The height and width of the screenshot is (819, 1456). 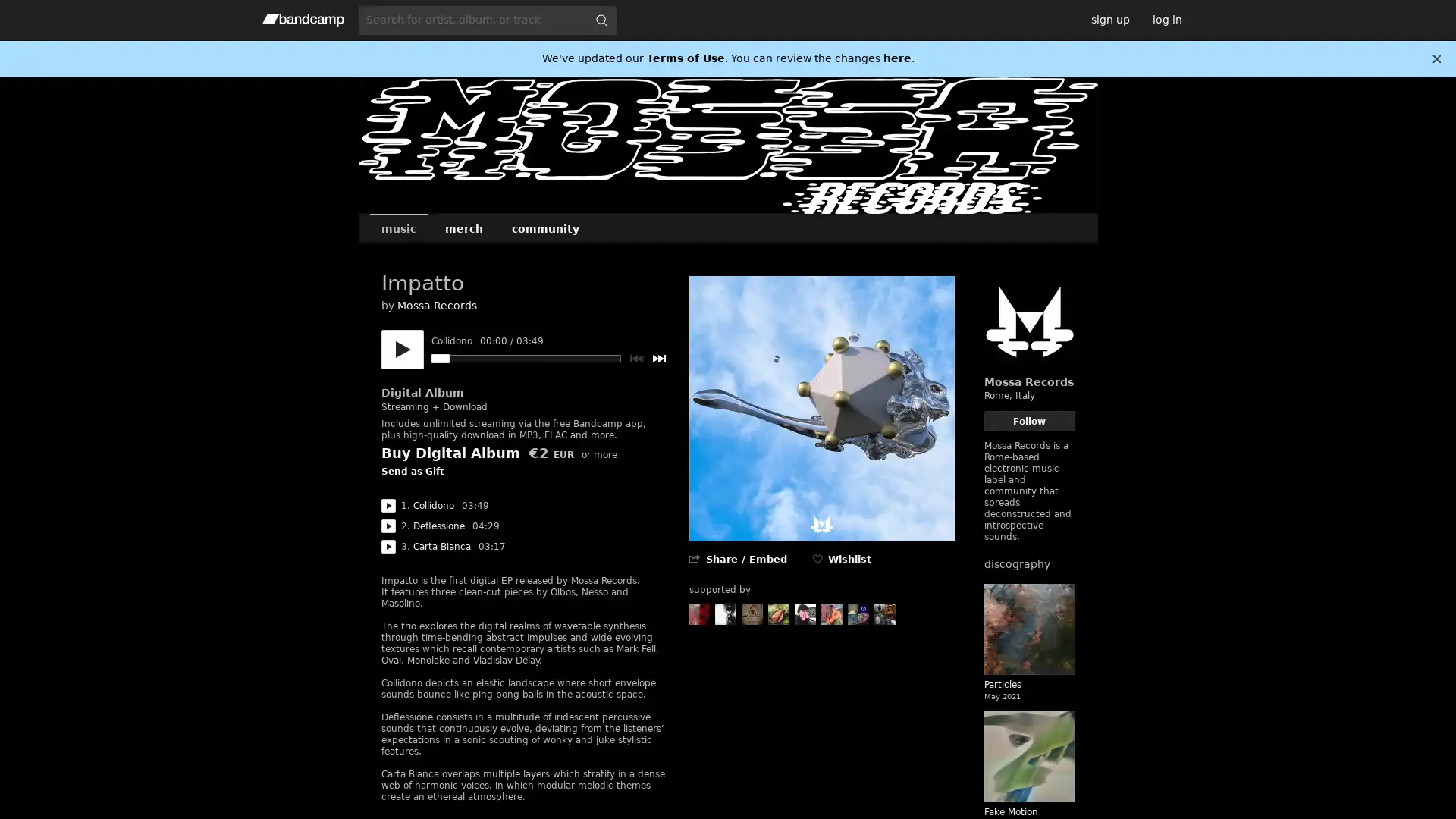 What do you see at coordinates (745, 559) in the screenshot?
I see `Share / Embed` at bounding box center [745, 559].